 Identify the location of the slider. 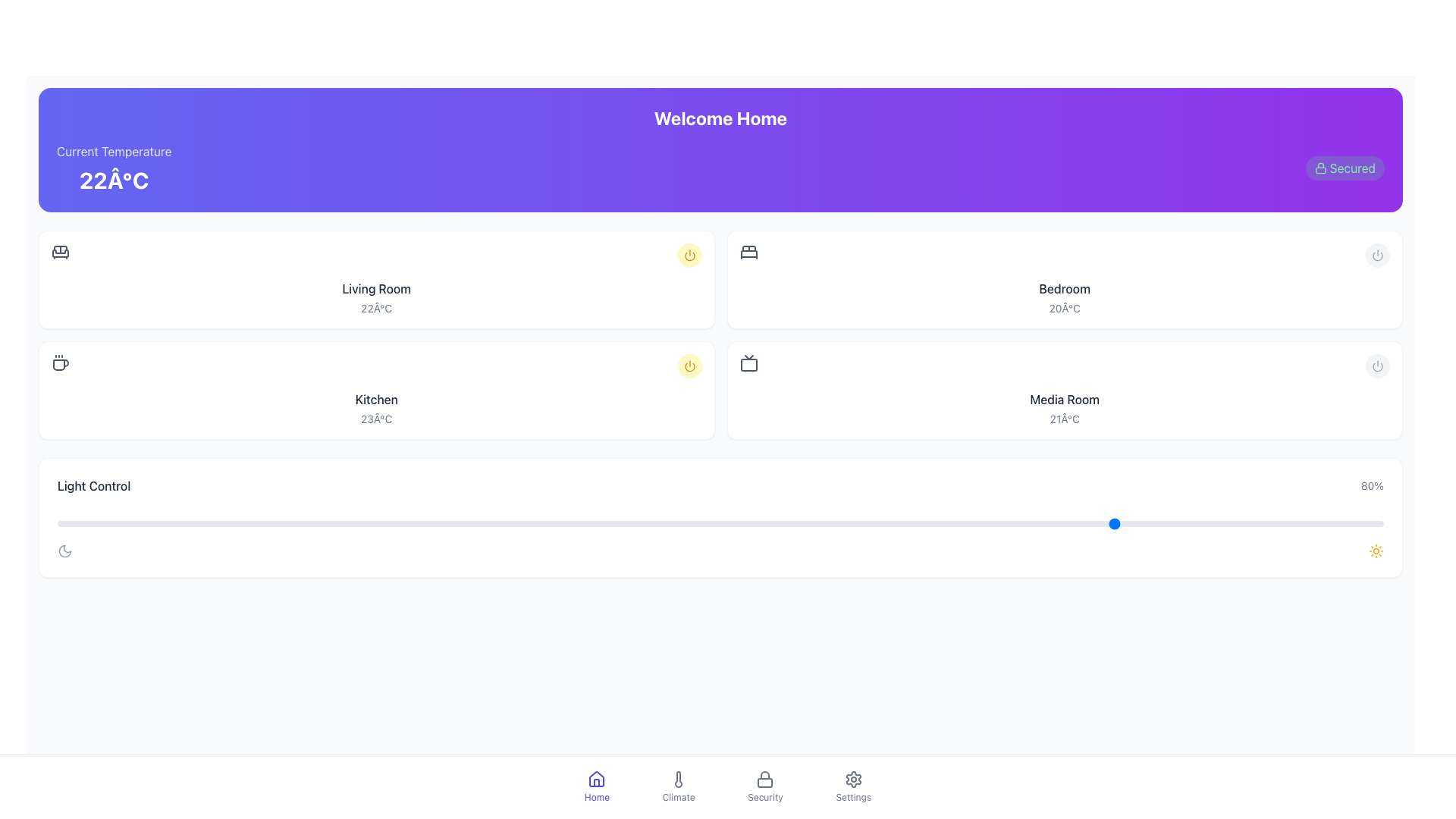
(893, 522).